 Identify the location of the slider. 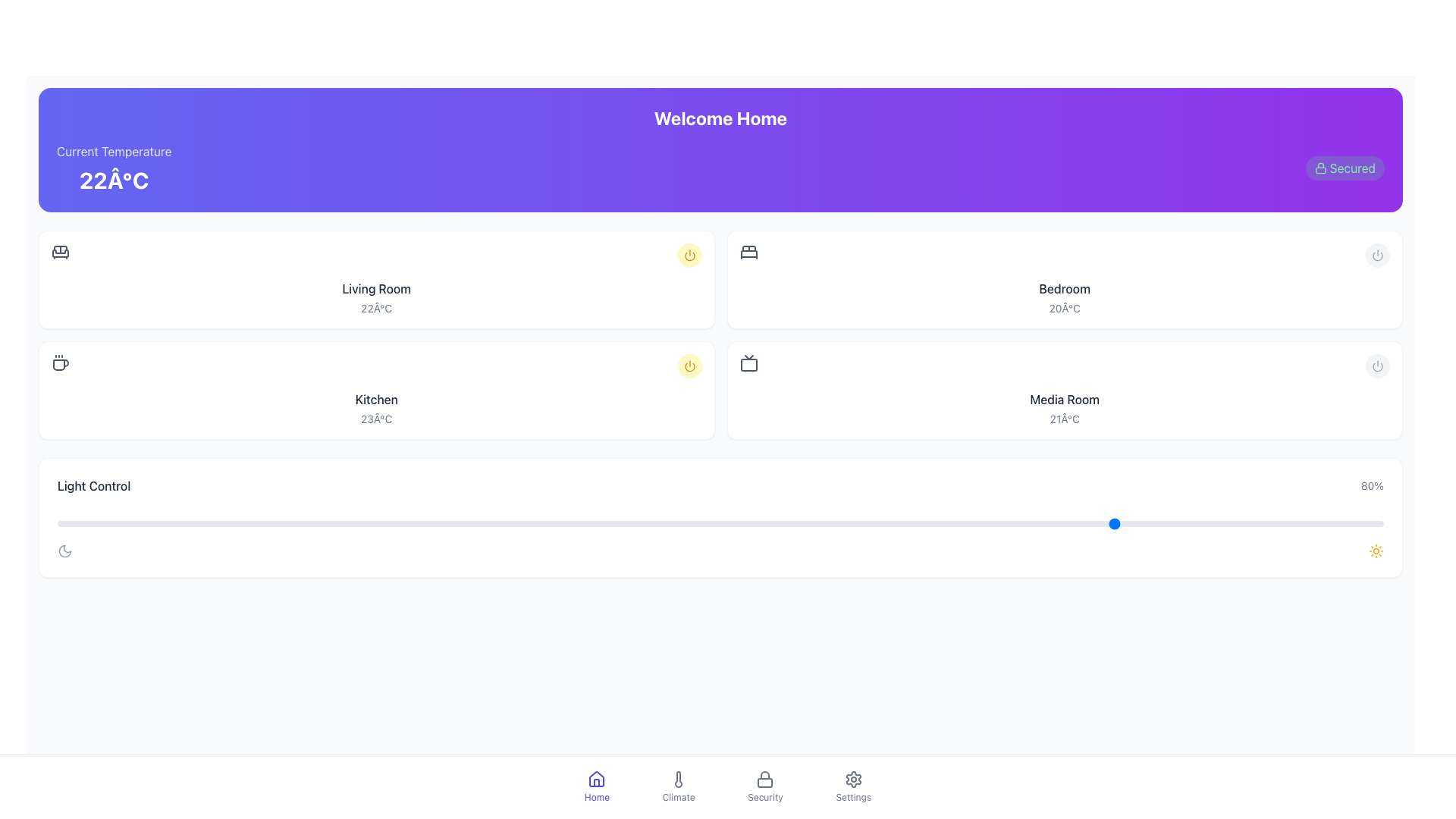
(893, 522).